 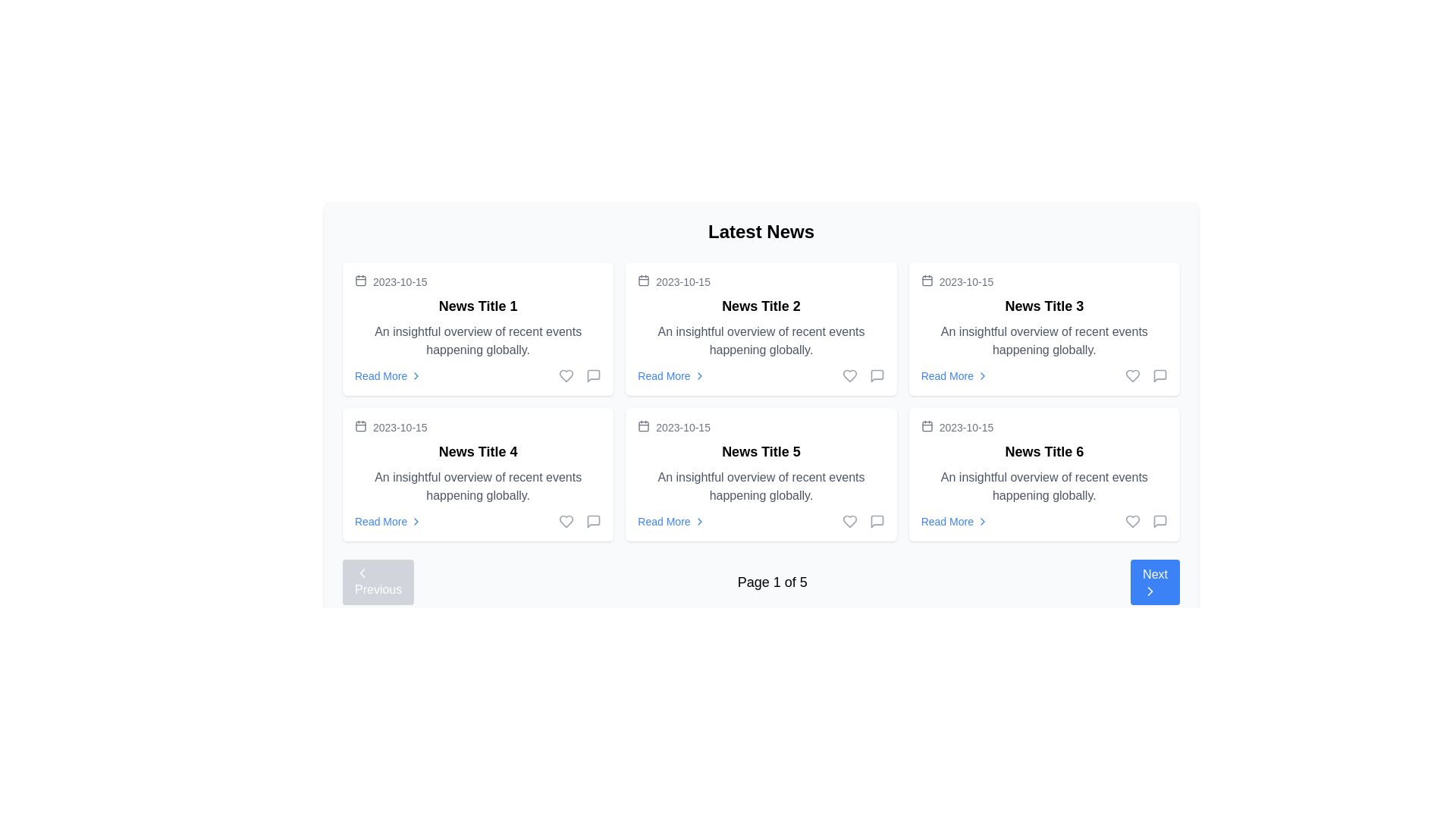 What do you see at coordinates (664, 520) in the screenshot?
I see `the hyperlinked text labeled 'News Title 5' located at the bottom of the fifth card` at bounding box center [664, 520].